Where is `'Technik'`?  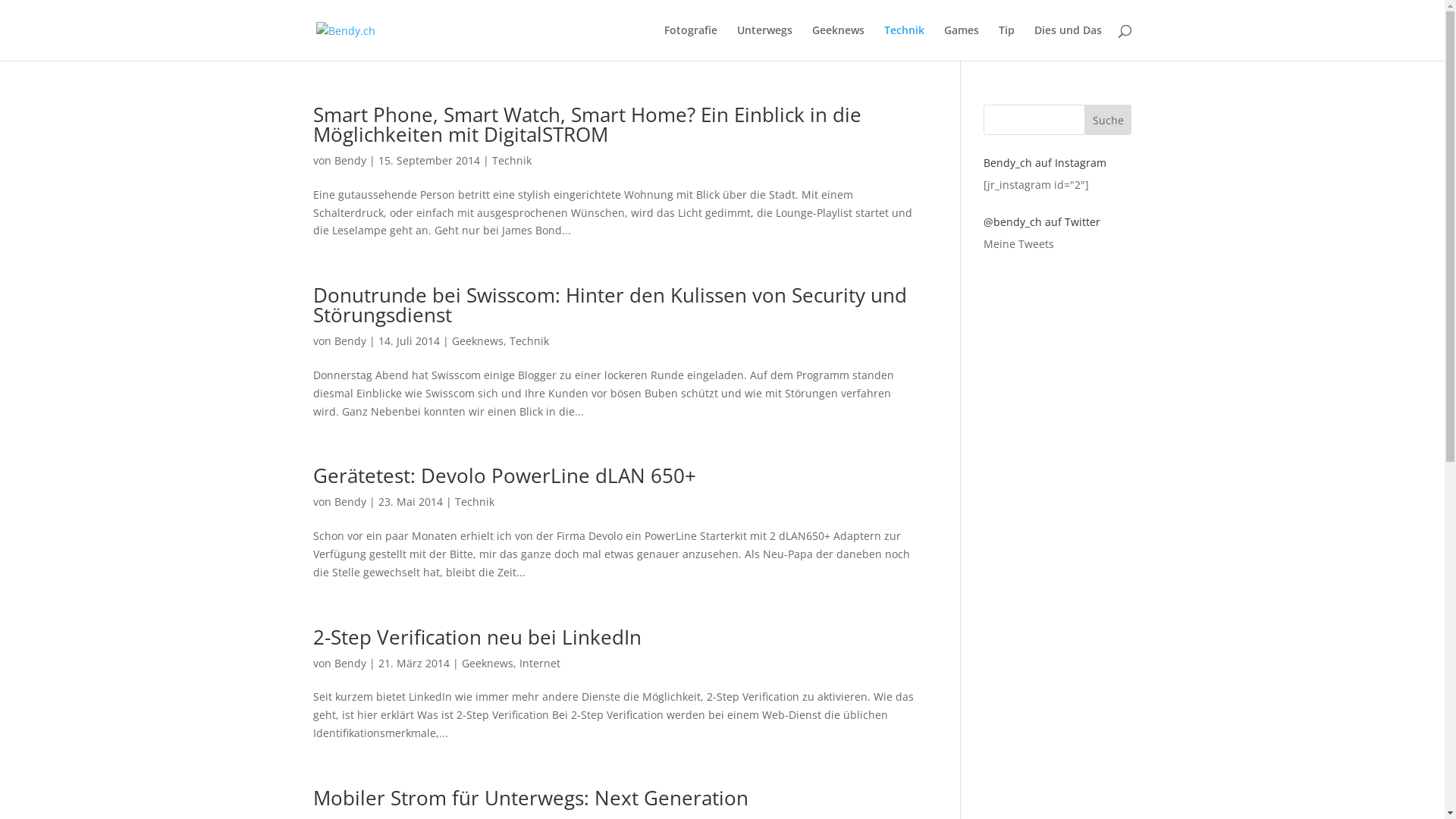 'Technik' is located at coordinates (473, 501).